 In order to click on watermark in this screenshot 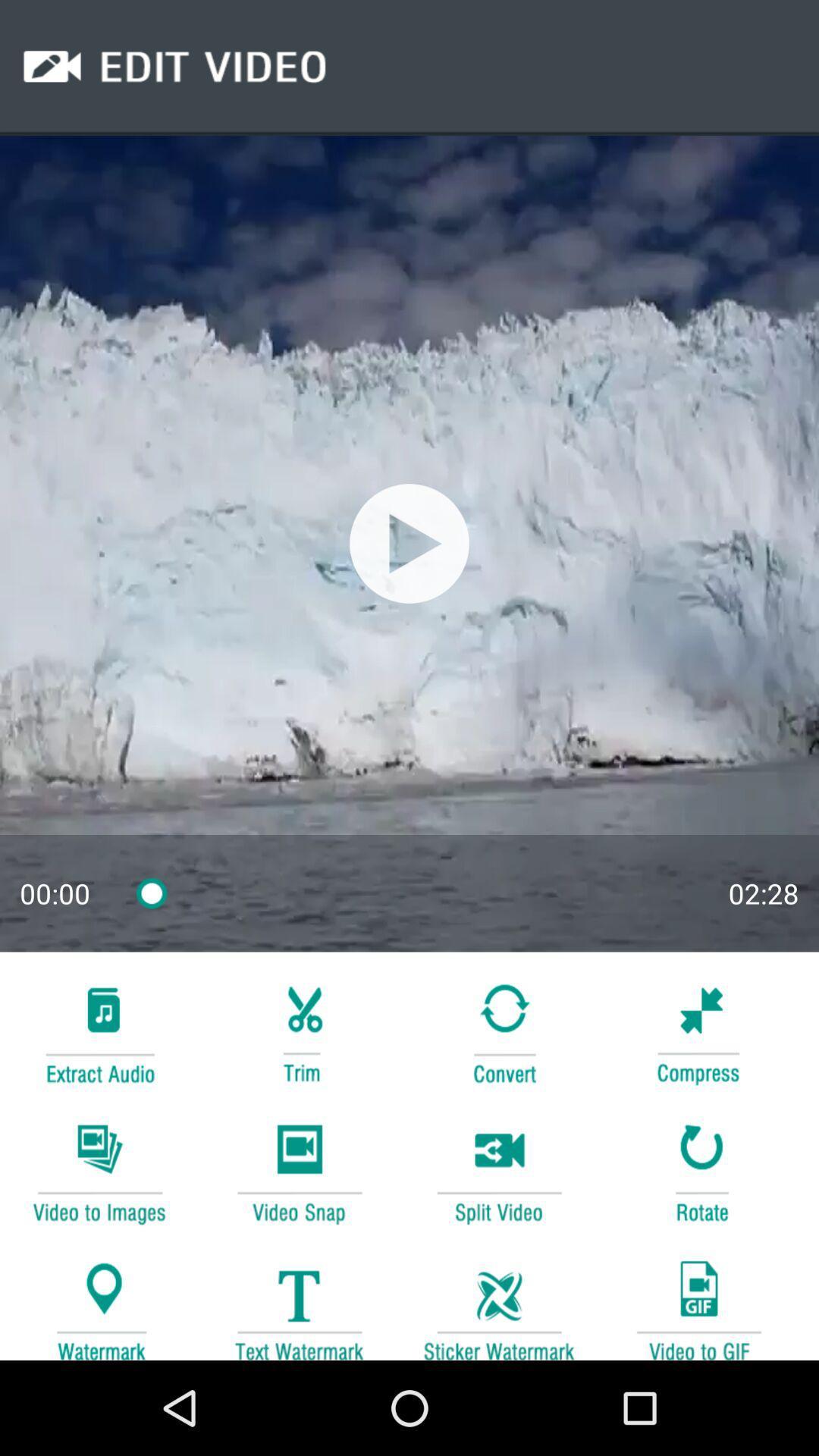, I will do `click(499, 1302)`.